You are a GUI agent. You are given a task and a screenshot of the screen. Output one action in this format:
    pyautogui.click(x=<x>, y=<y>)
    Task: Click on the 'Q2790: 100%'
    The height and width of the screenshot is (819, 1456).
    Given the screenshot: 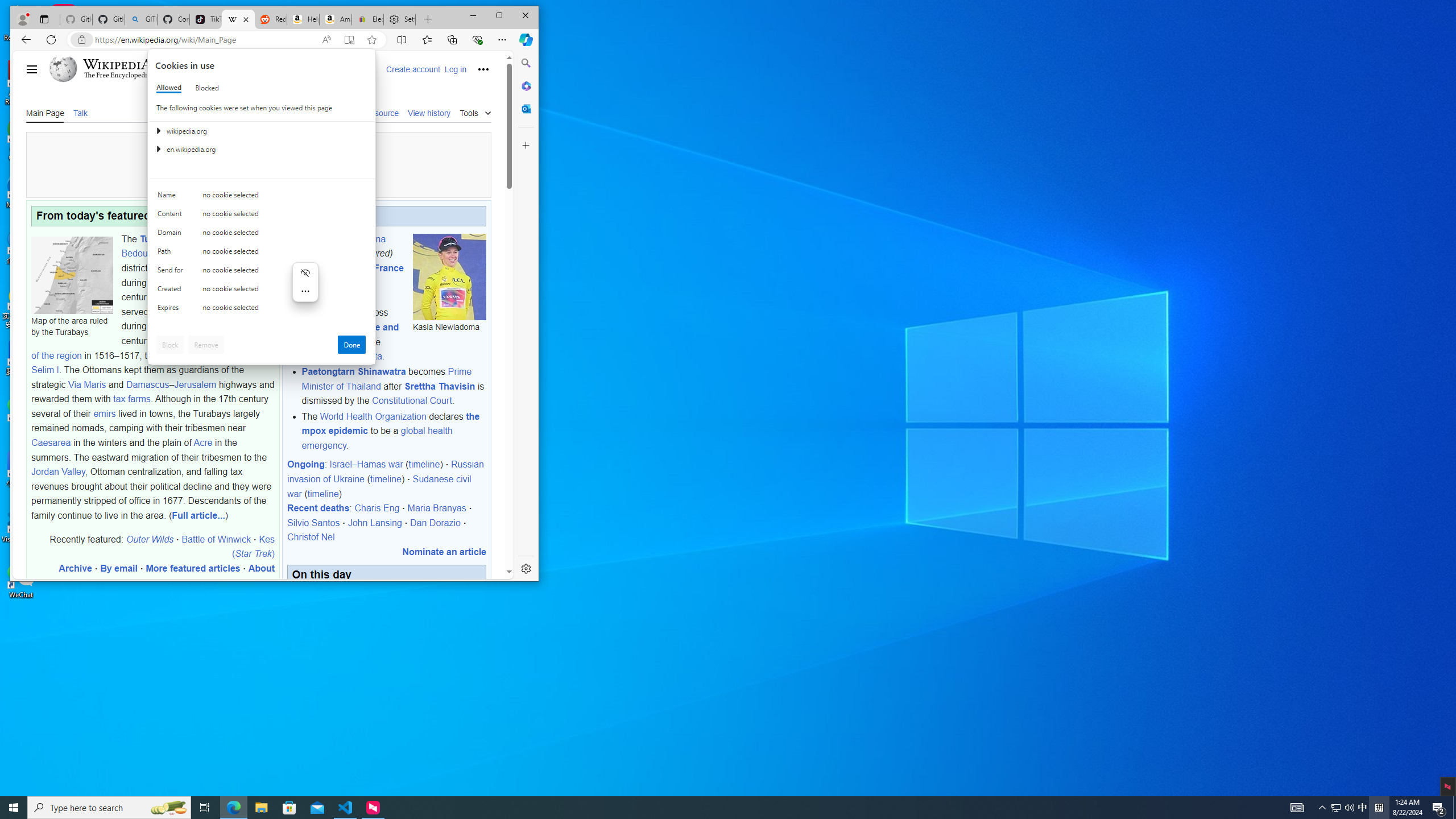 What is the action you would take?
    pyautogui.click(x=1349, y=806)
    